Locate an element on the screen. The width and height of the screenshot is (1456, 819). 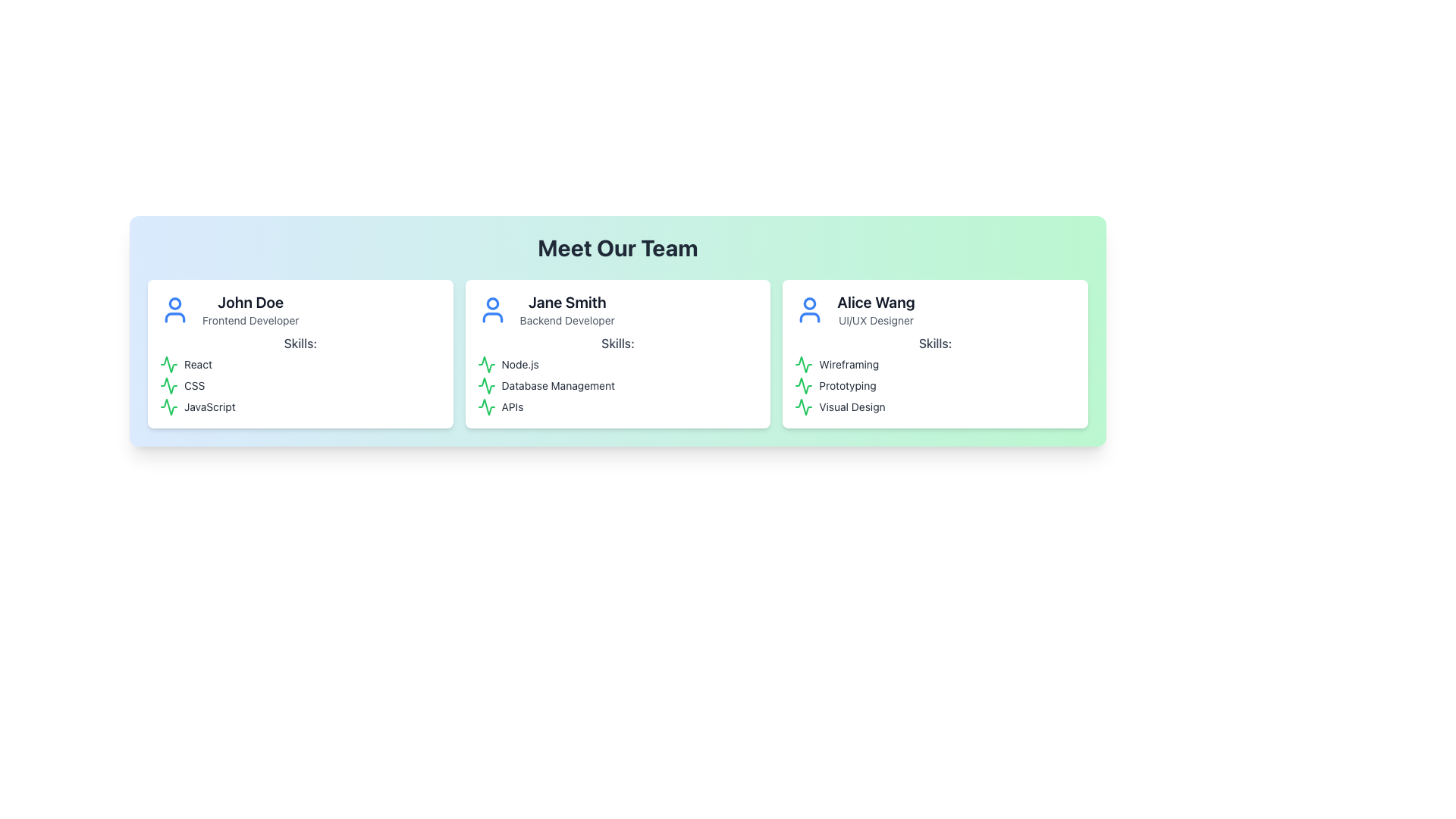
the CSS skill icon located under the 'John Doe' card in the 'Meet Our Team' section is located at coordinates (168, 385).